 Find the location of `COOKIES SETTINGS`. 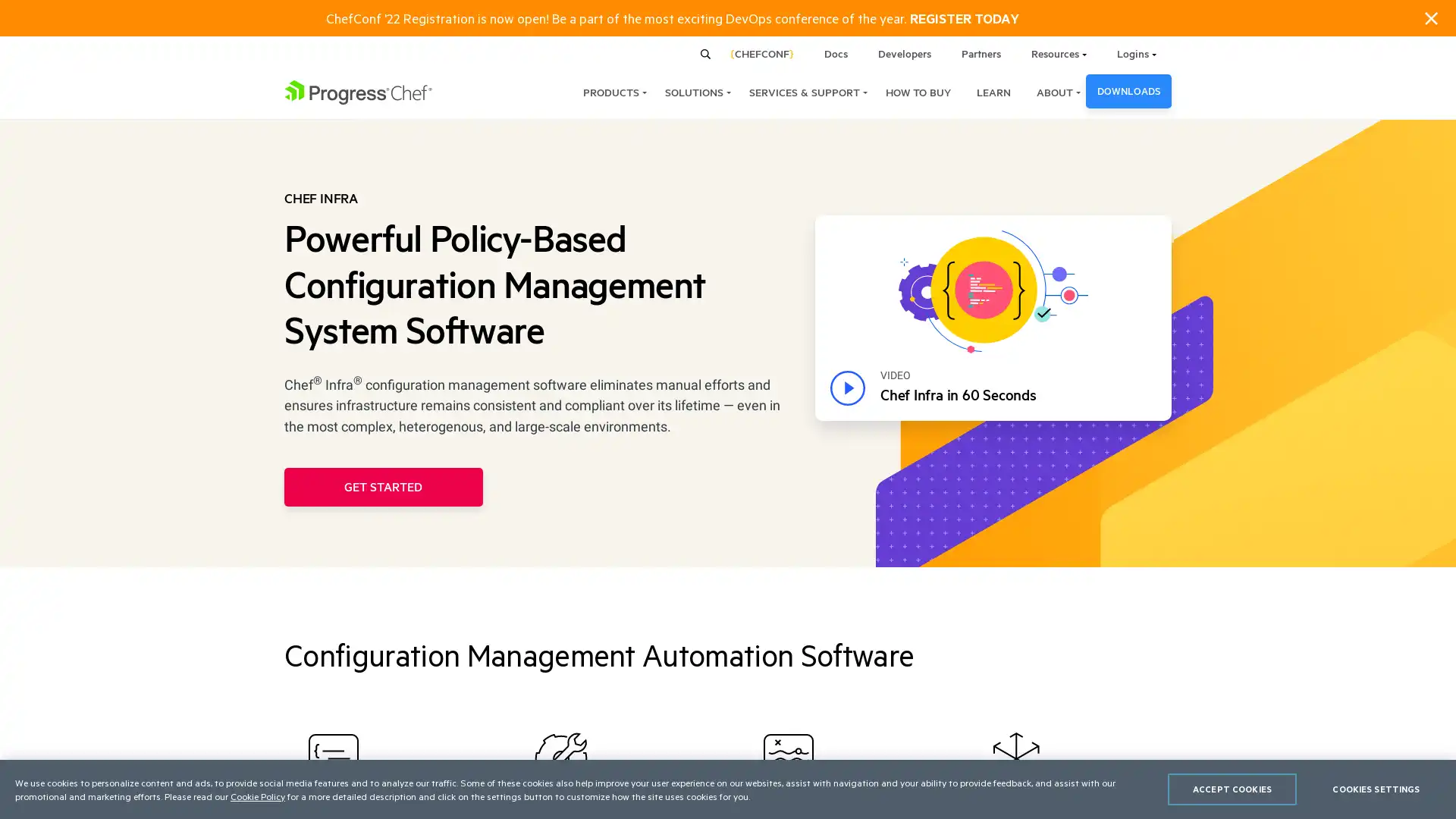

COOKIES SETTINGS is located at coordinates (1376, 789).